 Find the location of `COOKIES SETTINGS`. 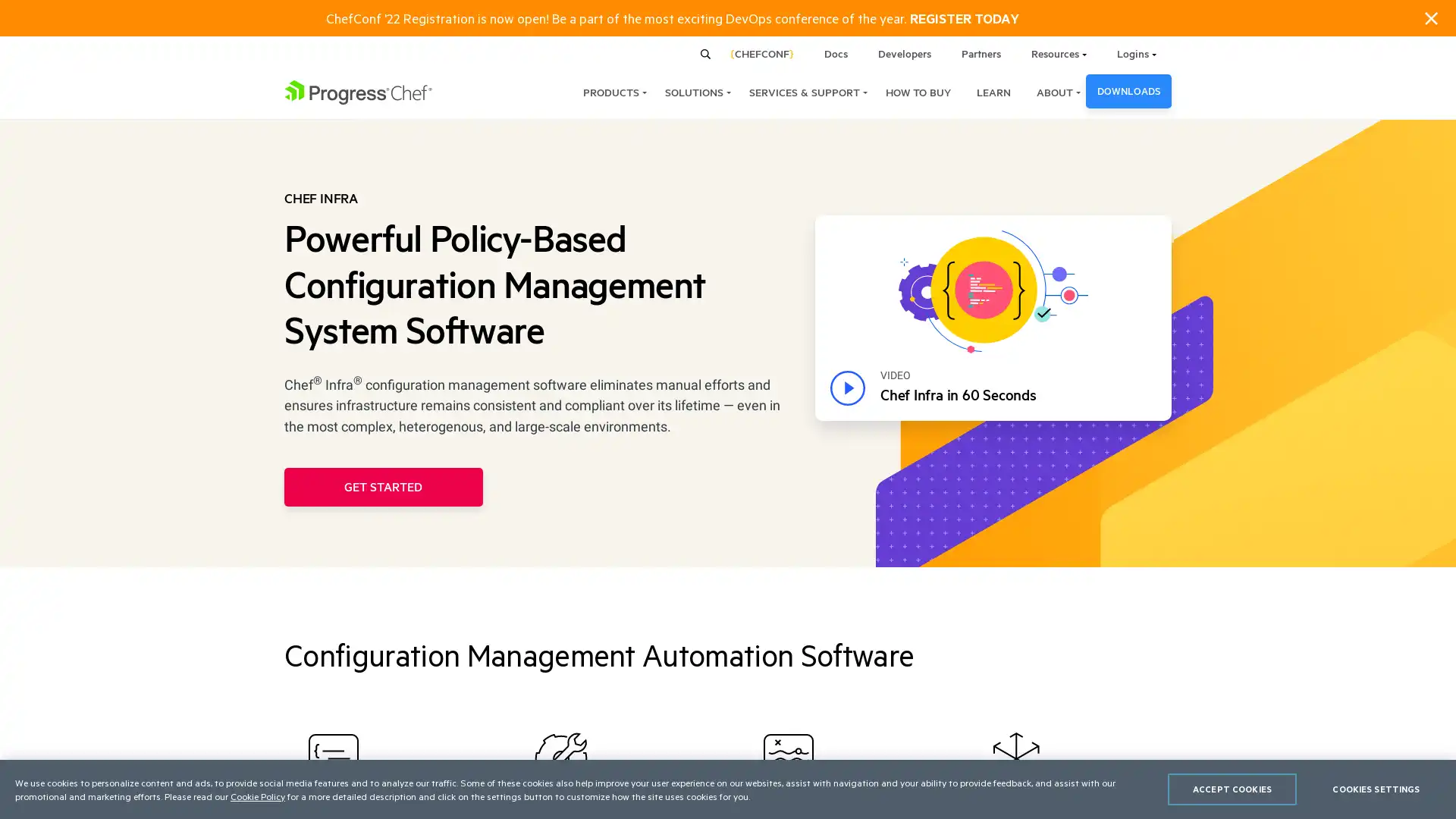

COOKIES SETTINGS is located at coordinates (1376, 789).